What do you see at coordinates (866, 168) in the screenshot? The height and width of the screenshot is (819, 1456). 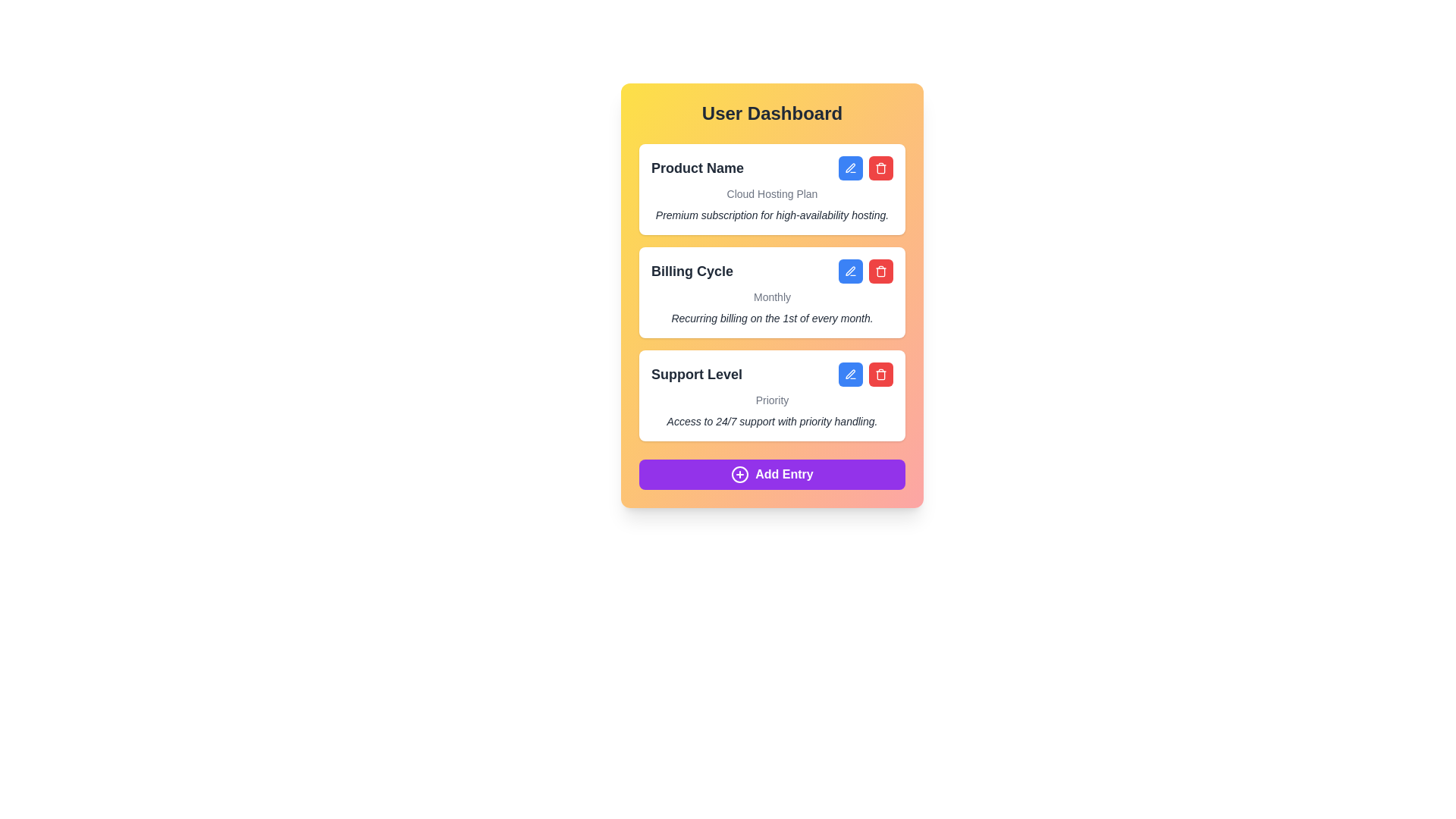 I see `the red delete button located in the upper-right corner of the 'Product Name' section in the dashboard` at bounding box center [866, 168].